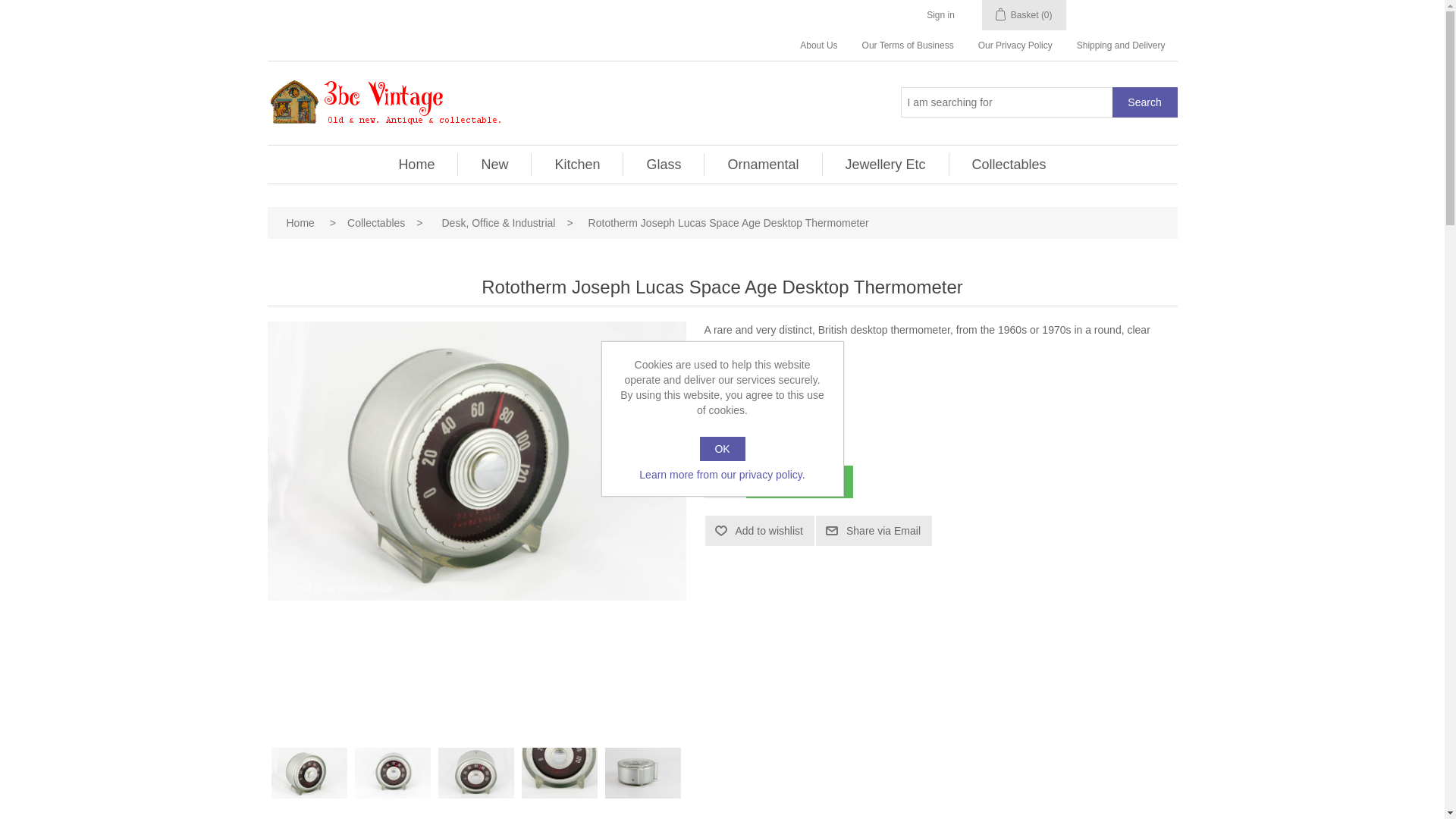  What do you see at coordinates (1121, 45) in the screenshot?
I see `'Shipping and Delivery'` at bounding box center [1121, 45].